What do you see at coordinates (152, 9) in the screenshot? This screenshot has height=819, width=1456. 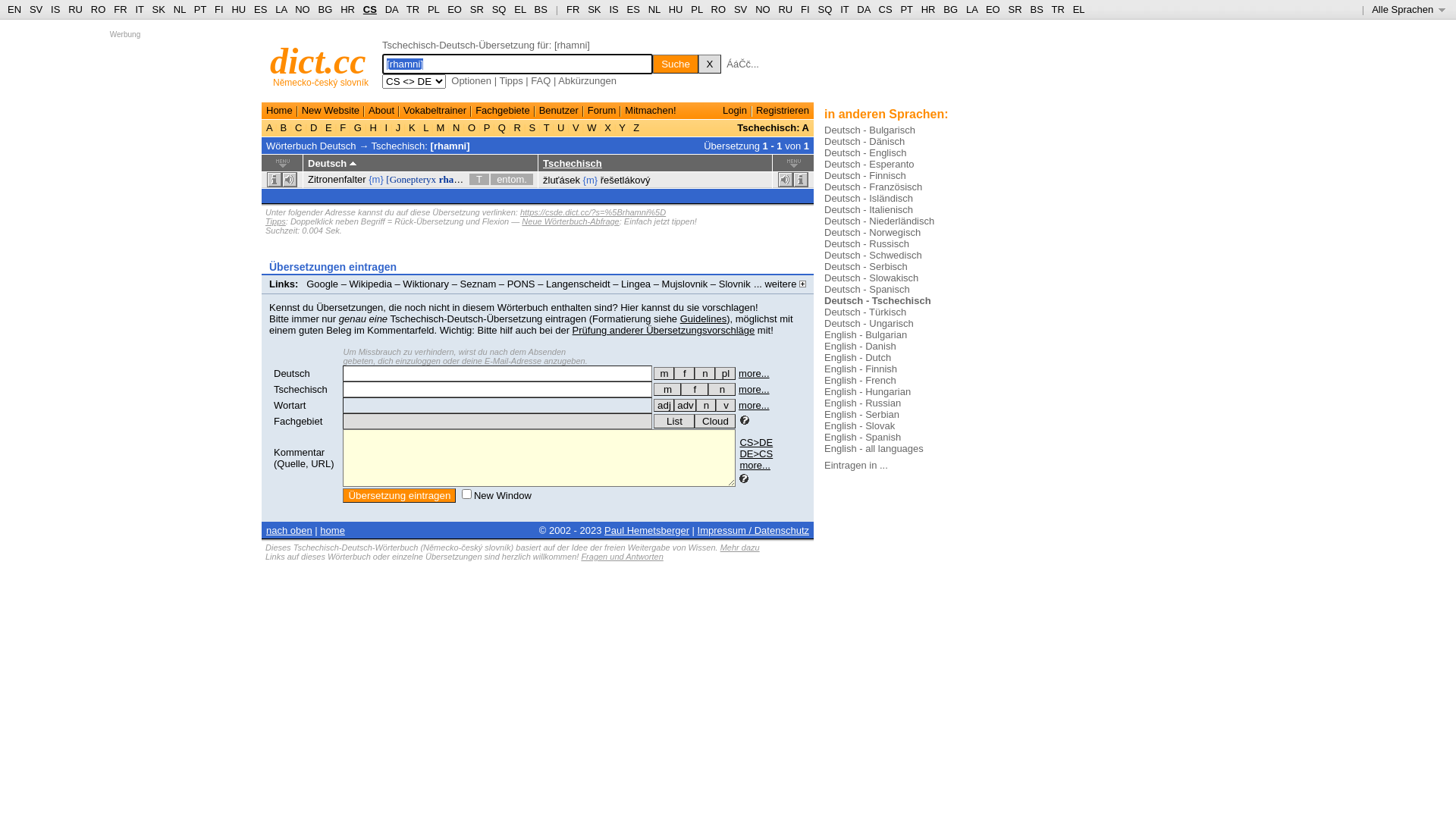 I see `'SK'` at bounding box center [152, 9].